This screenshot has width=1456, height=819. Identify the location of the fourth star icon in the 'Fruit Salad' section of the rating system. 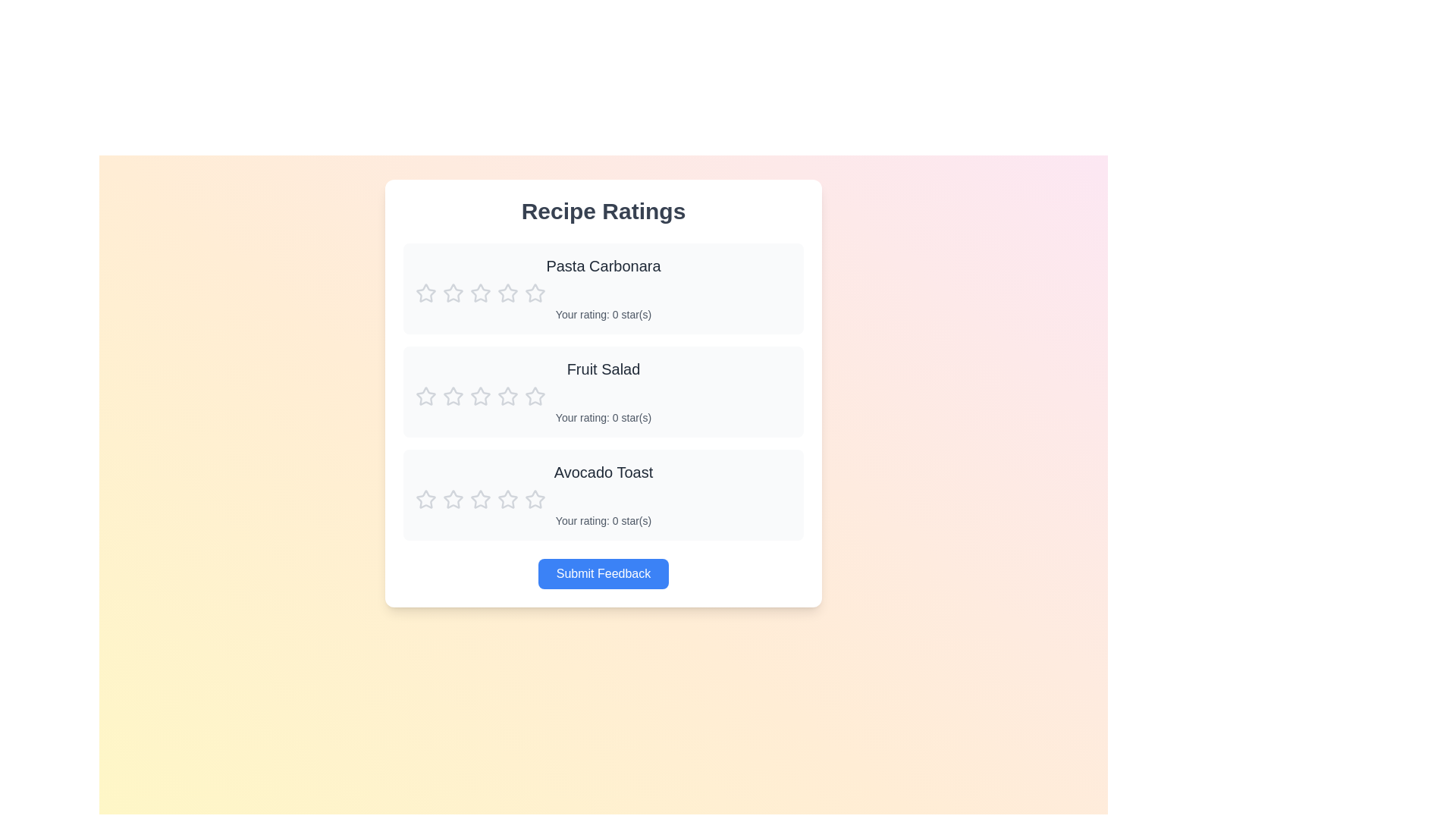
(479, 396).